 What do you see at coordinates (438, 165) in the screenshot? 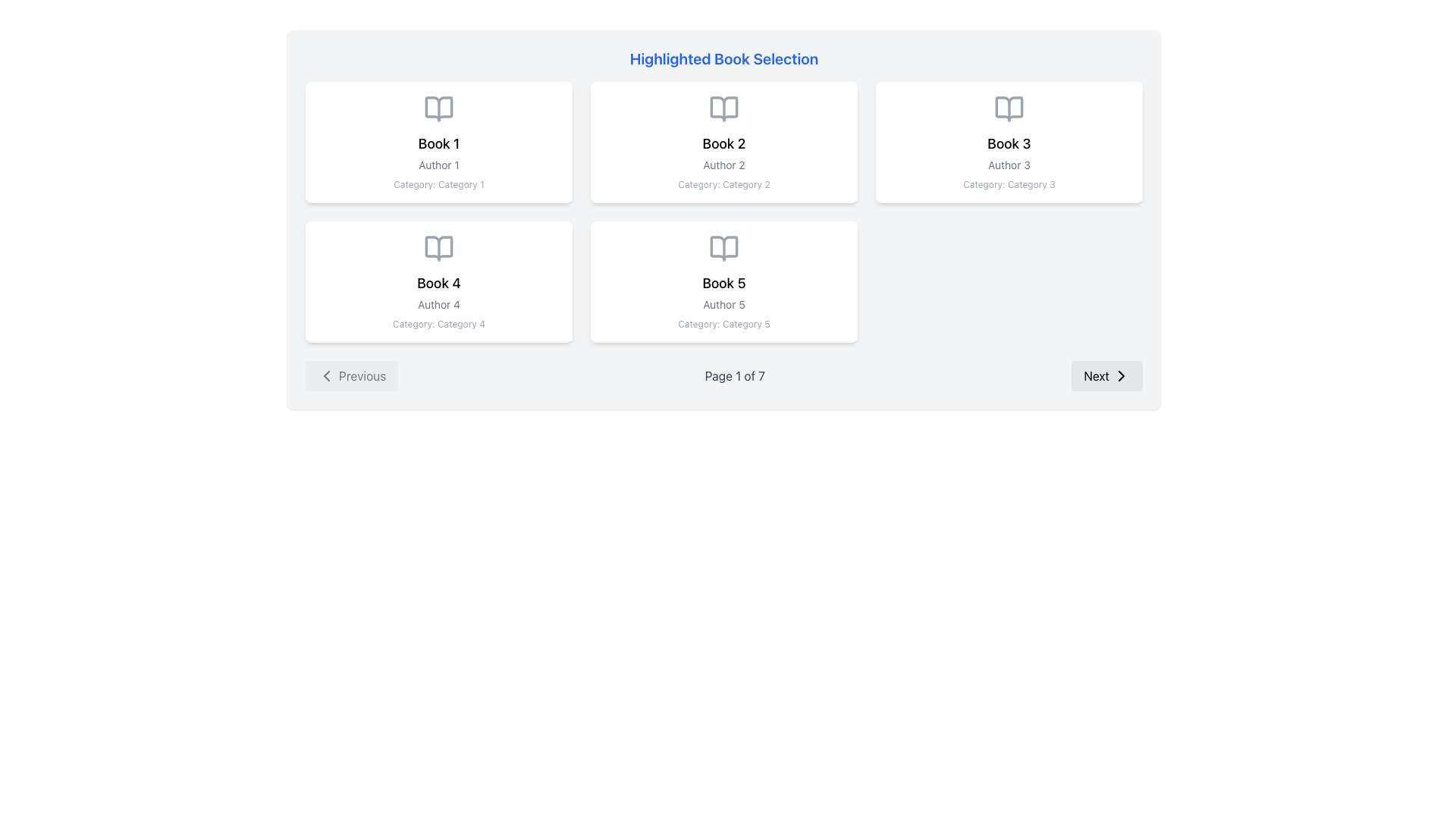
I see `the text label displaying 'Author 1', located below the title 'Book 1' in the top-left box of the grid layout` at bounding box center [438, 165].